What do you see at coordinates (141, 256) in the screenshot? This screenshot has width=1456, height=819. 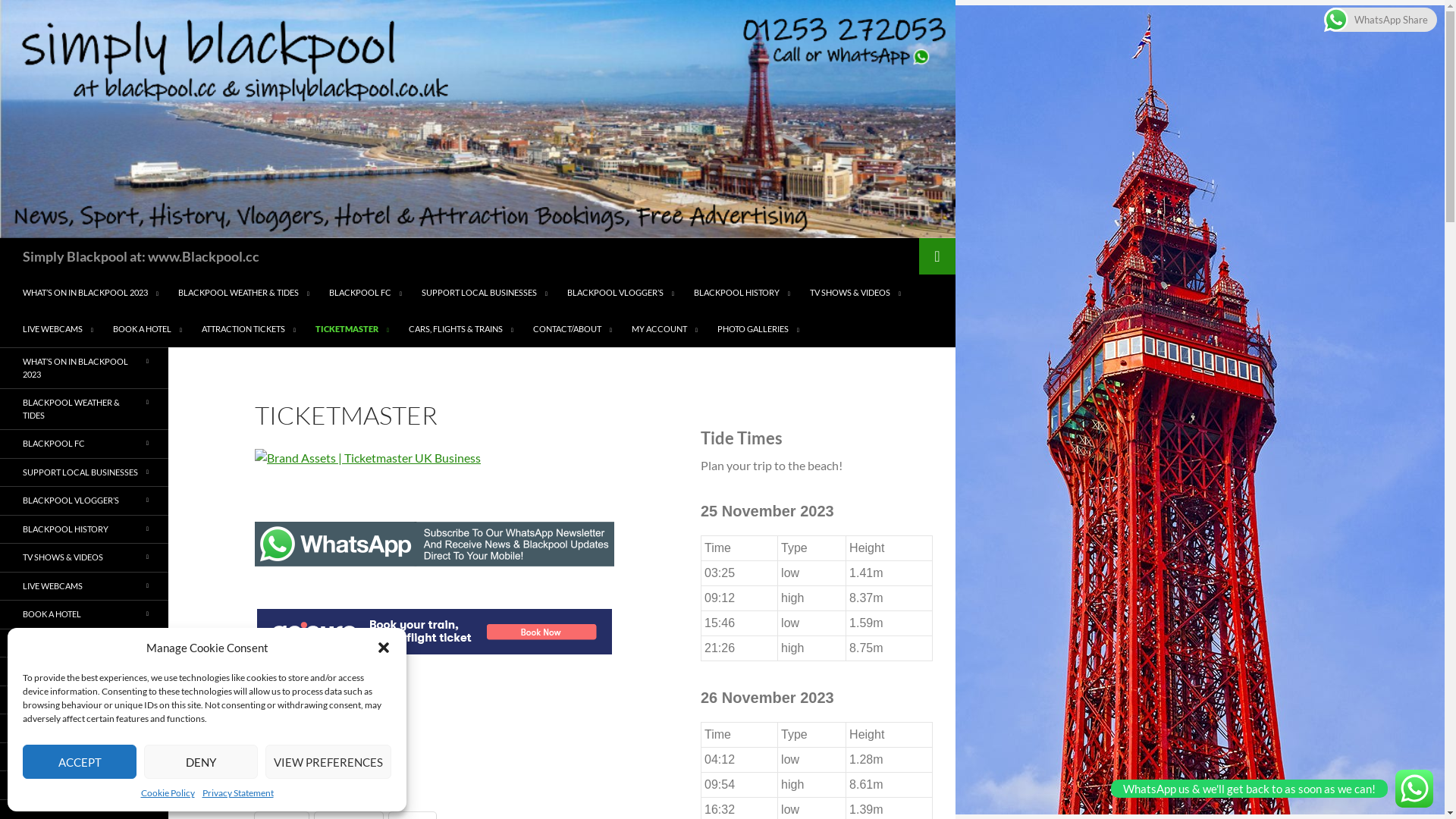 I see `'Simply Blackpool at: www.Blackpool.cc'` at bounding box center [141, 256].